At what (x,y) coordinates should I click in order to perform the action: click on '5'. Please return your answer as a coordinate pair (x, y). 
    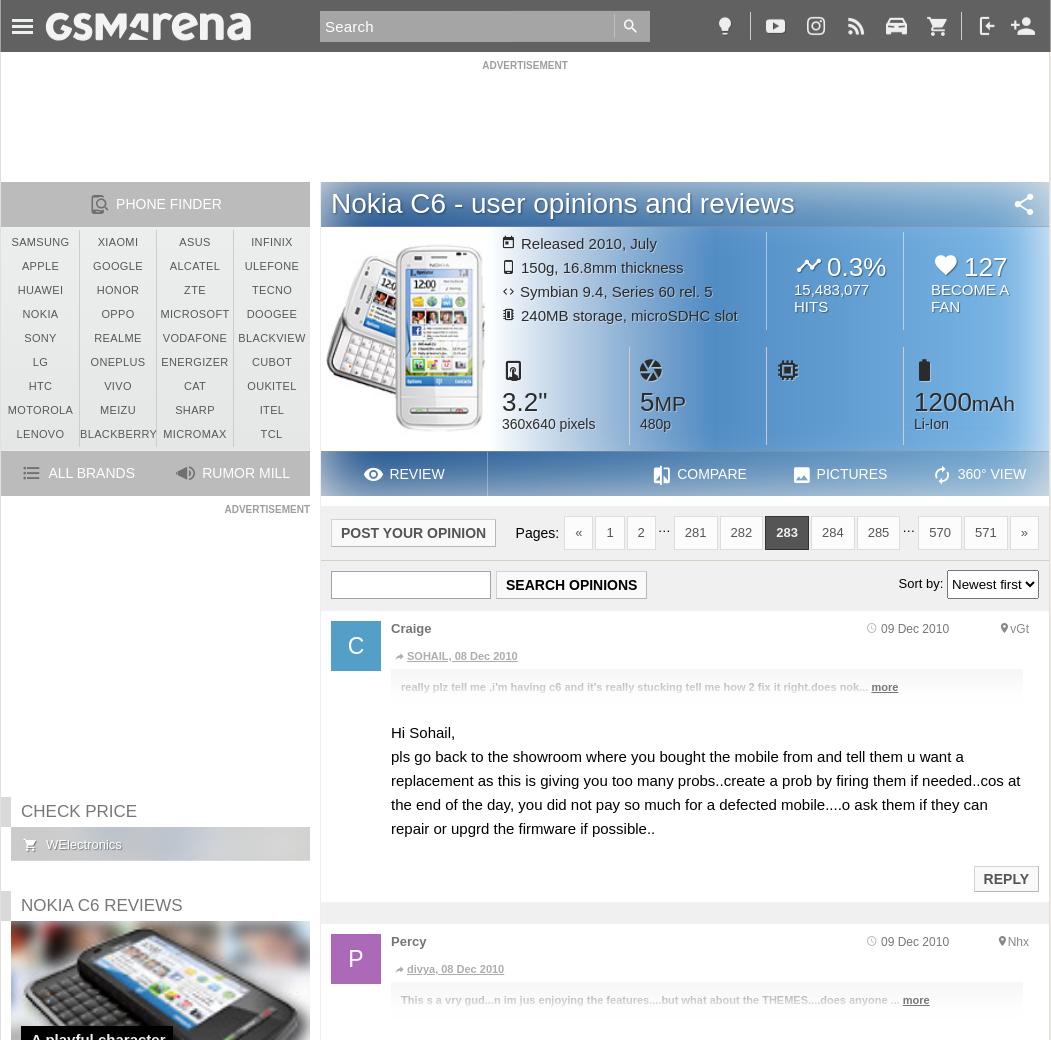
    Looking at the image, I should click on (638, 401).